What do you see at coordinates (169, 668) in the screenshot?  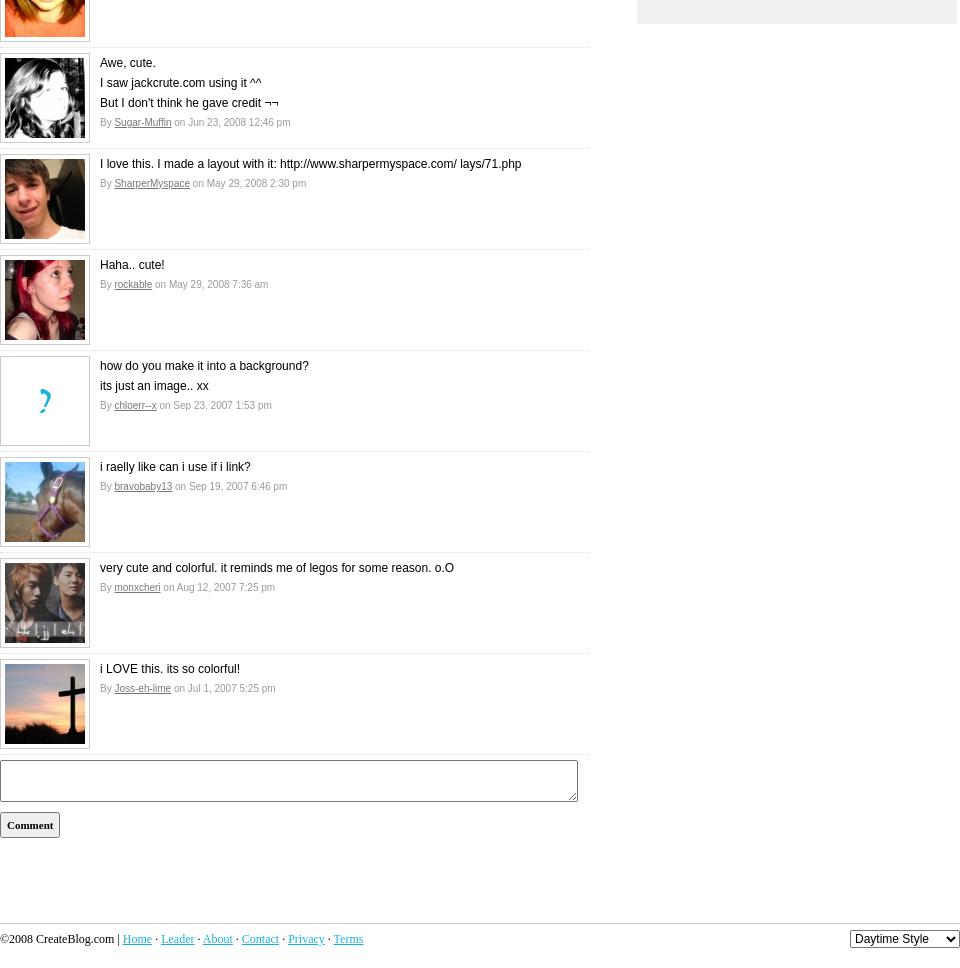 I see `'i LOVE this. its so colorful!'` at bounding box center [169, 668].